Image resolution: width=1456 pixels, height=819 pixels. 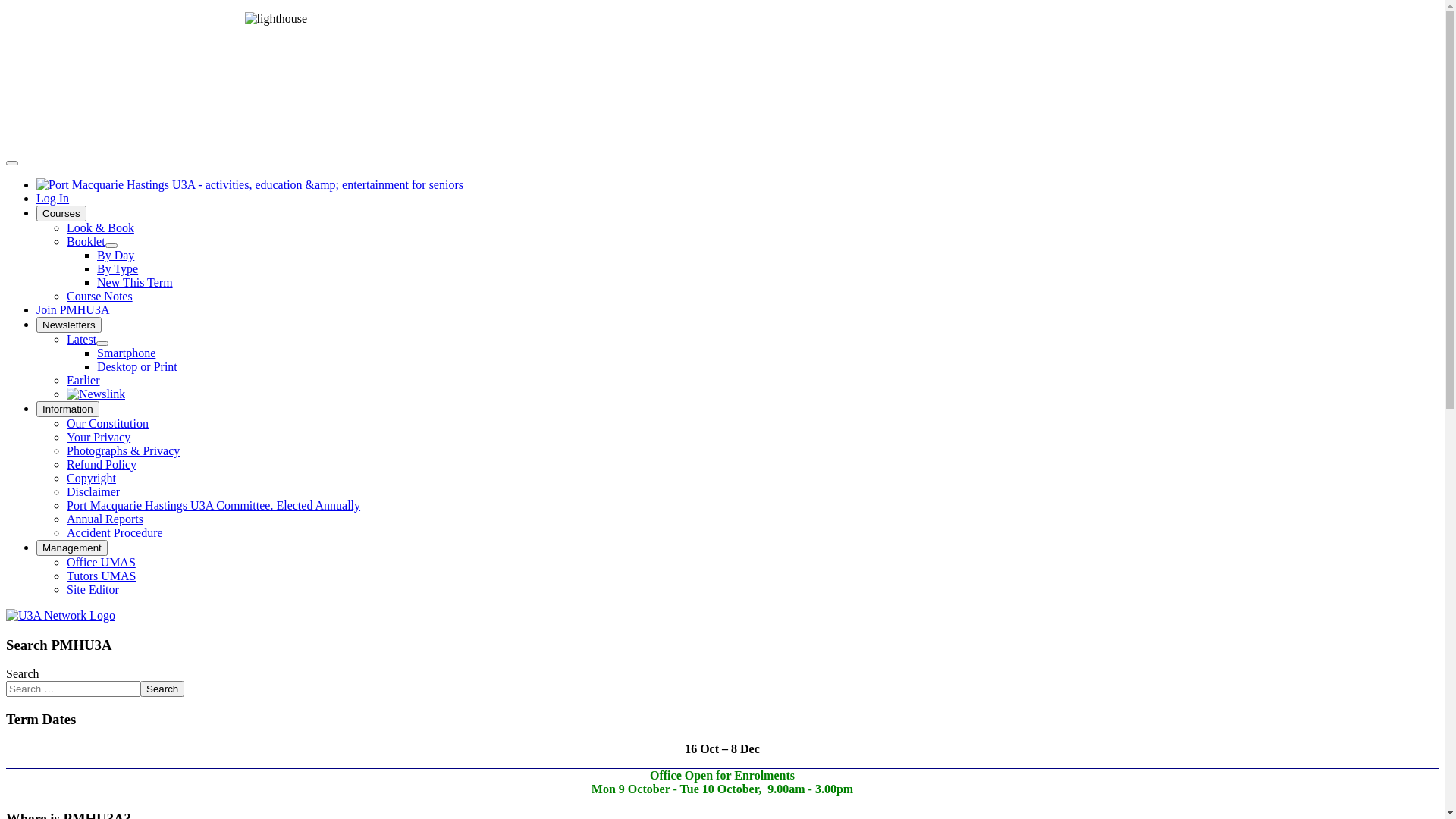 What do you see at coordinates (97, 437) in the screenshot?
I see `'Your Privacy'` at bounding box center [97, 437].